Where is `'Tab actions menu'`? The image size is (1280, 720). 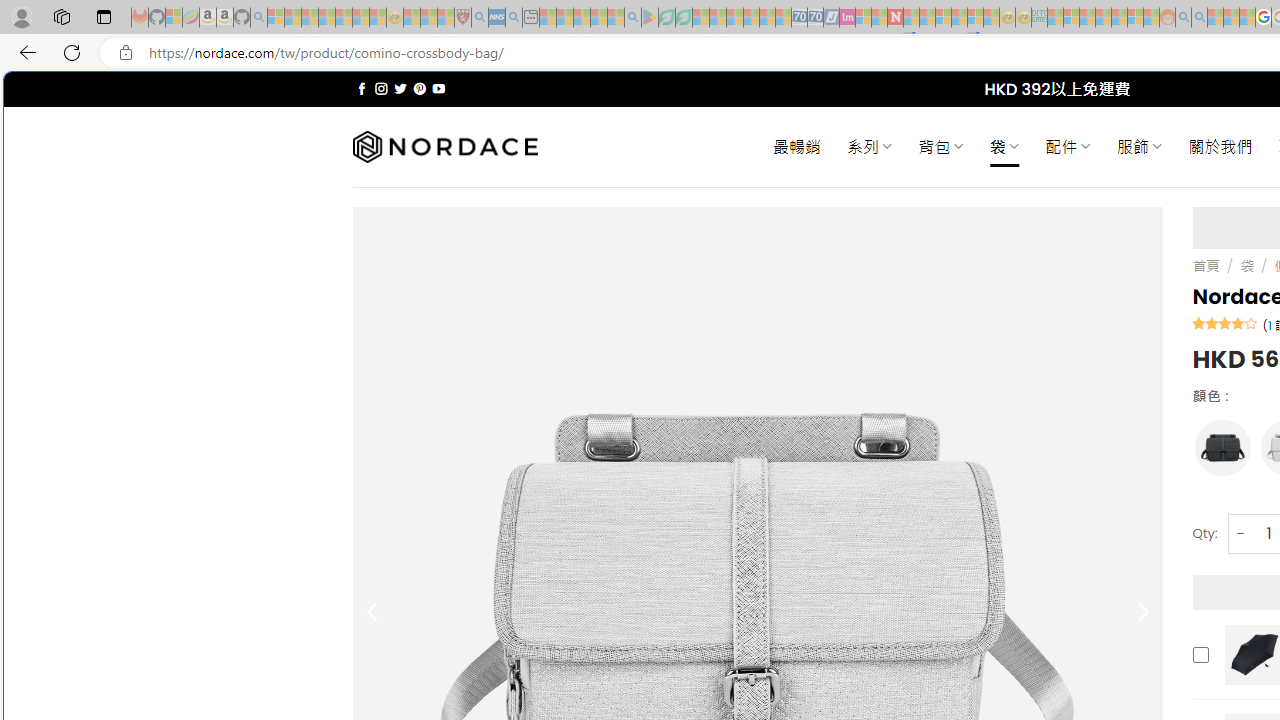
'Tab actions menu' is located at coordinates (103, 16).